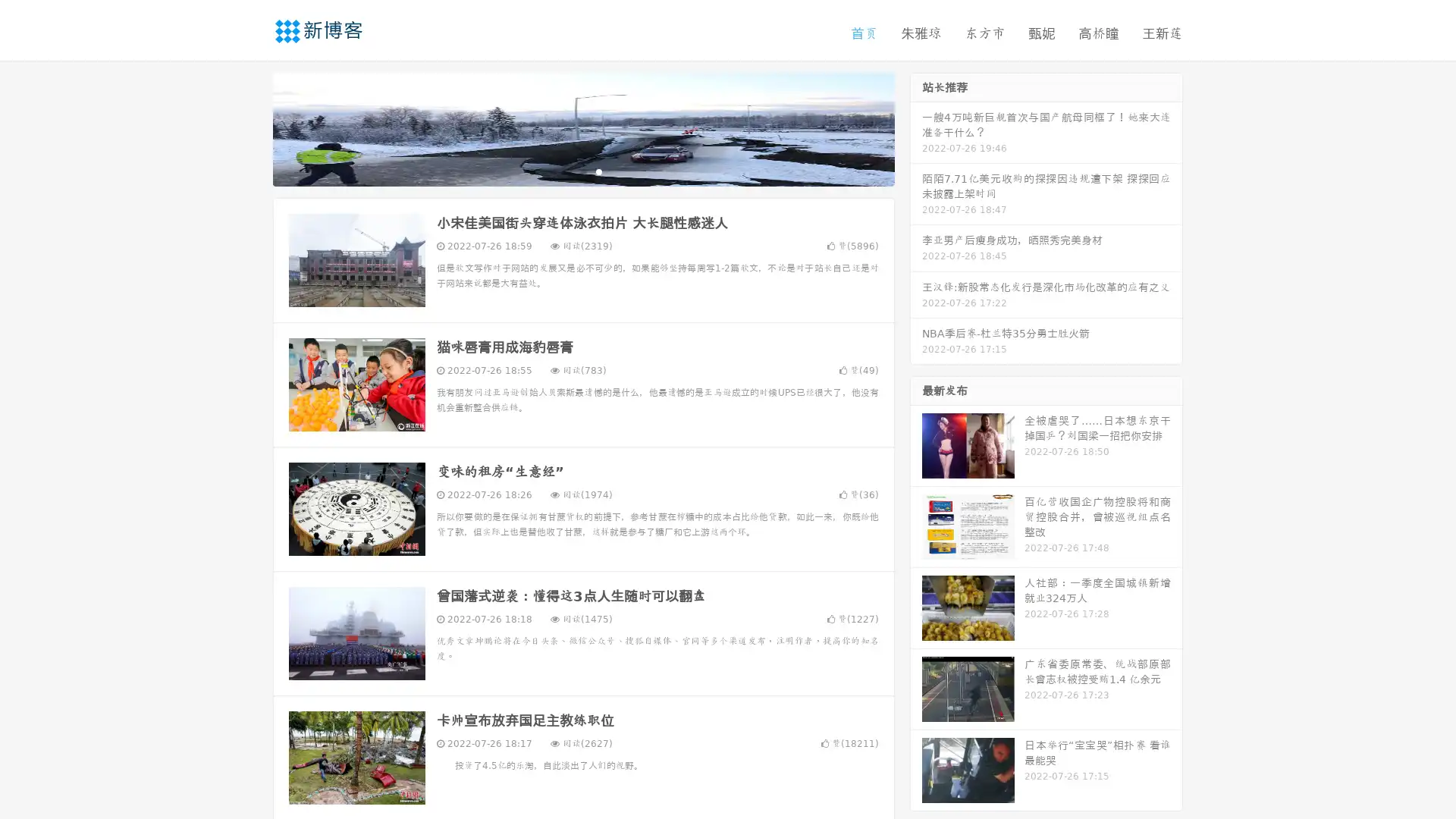  What do you see at coordinates (582, 171) in the screenshot?
I see `Go to slide 2` at bounding box center [582, 171].